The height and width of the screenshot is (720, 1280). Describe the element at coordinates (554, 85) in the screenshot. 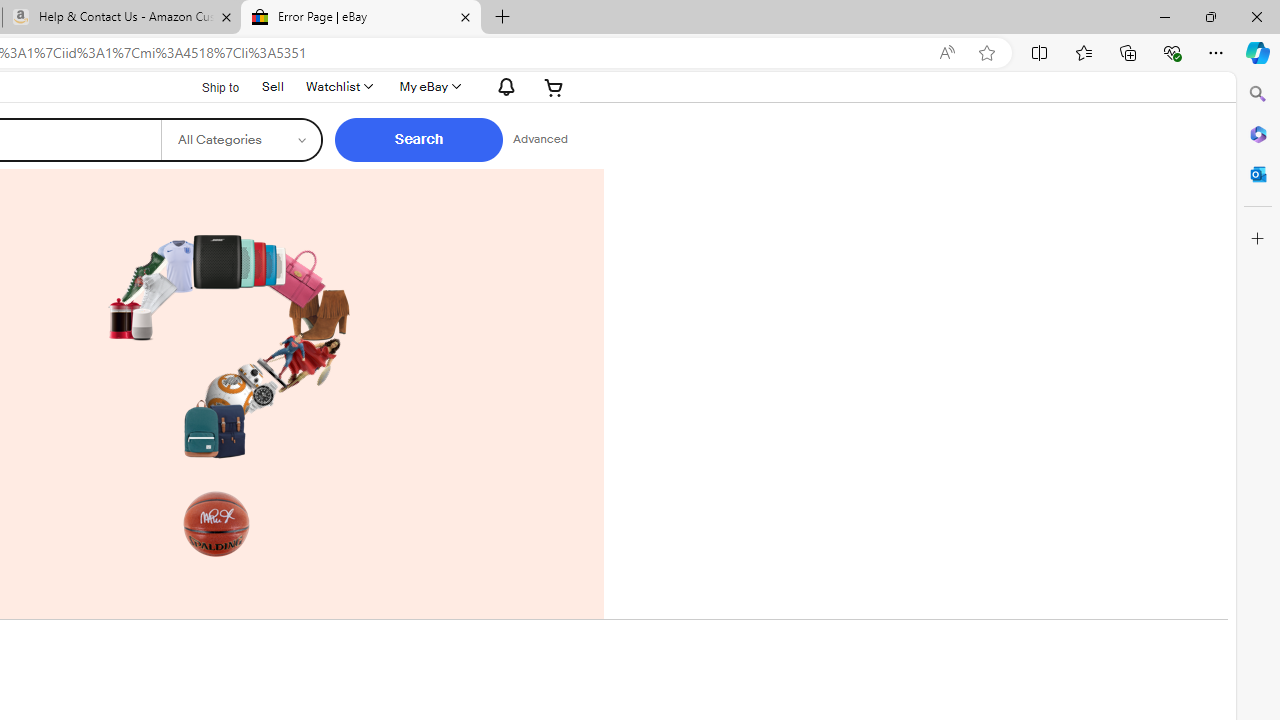

I see `'Your shopping cart'` at that location.